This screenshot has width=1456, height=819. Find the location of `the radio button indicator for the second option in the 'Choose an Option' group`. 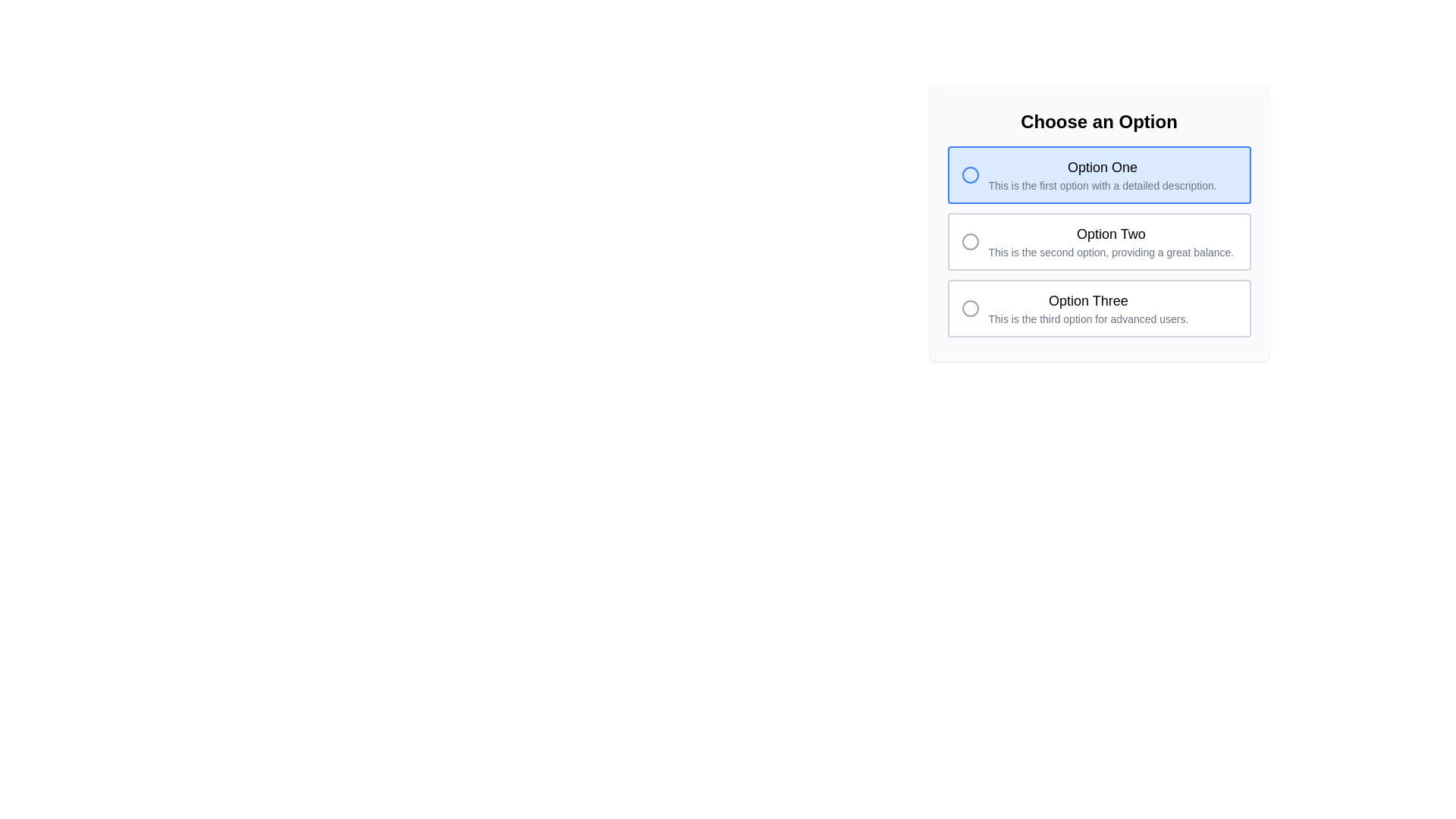

the radio button indicator for the second option in the 'Choose an Option' group is located at coordinates (969, 241).